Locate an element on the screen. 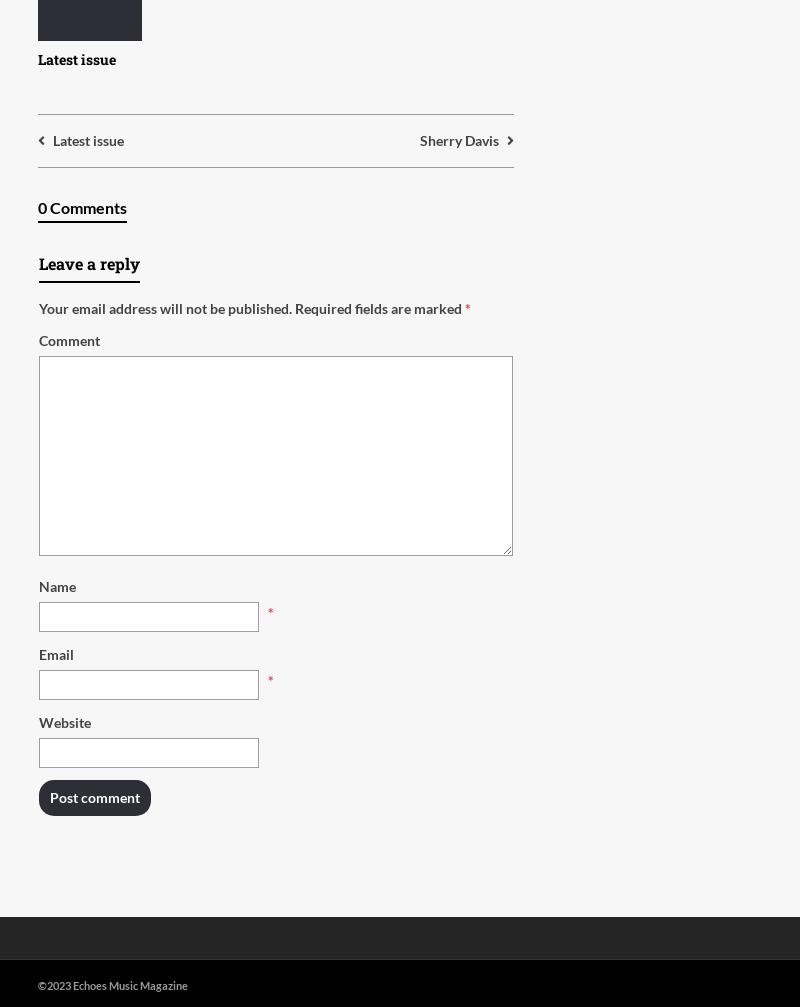  'Comment' is located at coordinates (69, 340).